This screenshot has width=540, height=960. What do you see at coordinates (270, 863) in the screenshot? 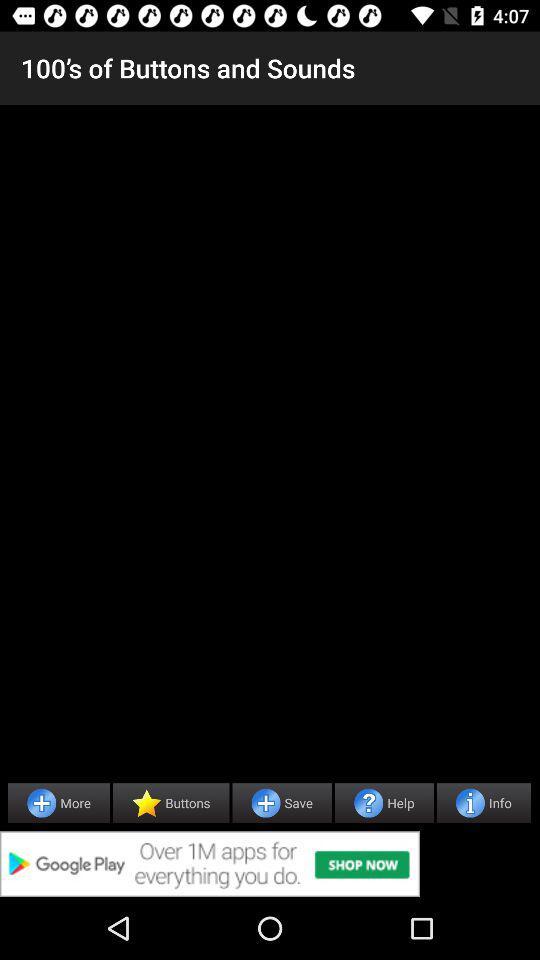
I see `advertisement page` at bounding box center [270, 863].